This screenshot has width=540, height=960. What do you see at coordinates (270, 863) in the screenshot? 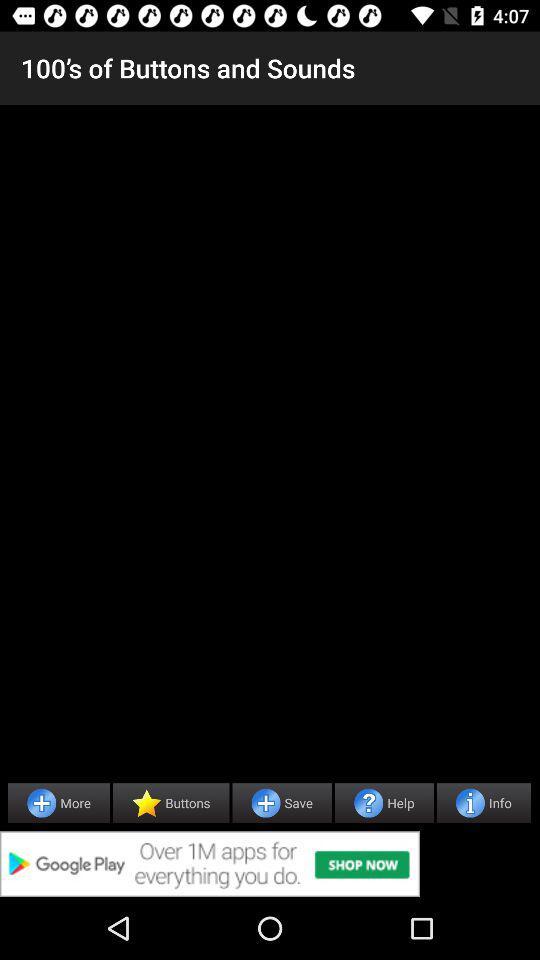
I see `advertisement page` at bounding box center [270, 863].